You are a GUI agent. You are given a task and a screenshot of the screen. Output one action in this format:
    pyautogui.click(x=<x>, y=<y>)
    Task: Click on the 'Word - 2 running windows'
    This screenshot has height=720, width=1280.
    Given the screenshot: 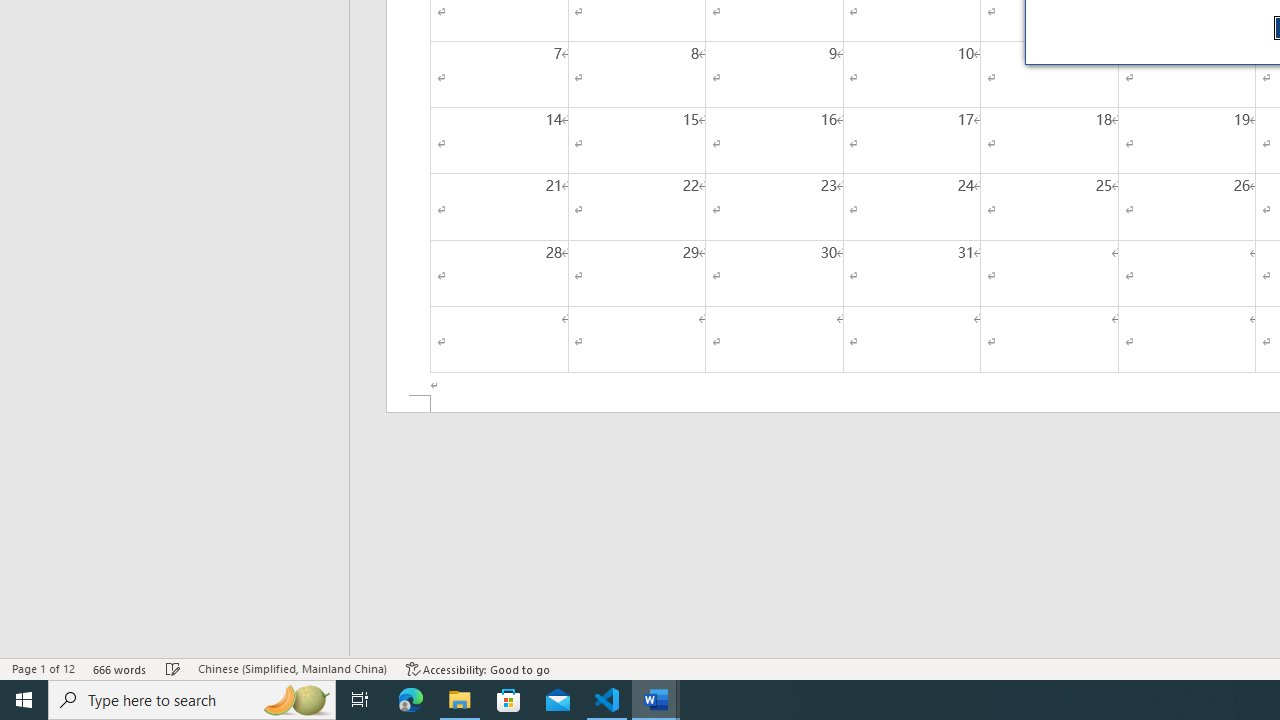 What is the action you would take?
    pyautogui.click(x=656, y=698)
    